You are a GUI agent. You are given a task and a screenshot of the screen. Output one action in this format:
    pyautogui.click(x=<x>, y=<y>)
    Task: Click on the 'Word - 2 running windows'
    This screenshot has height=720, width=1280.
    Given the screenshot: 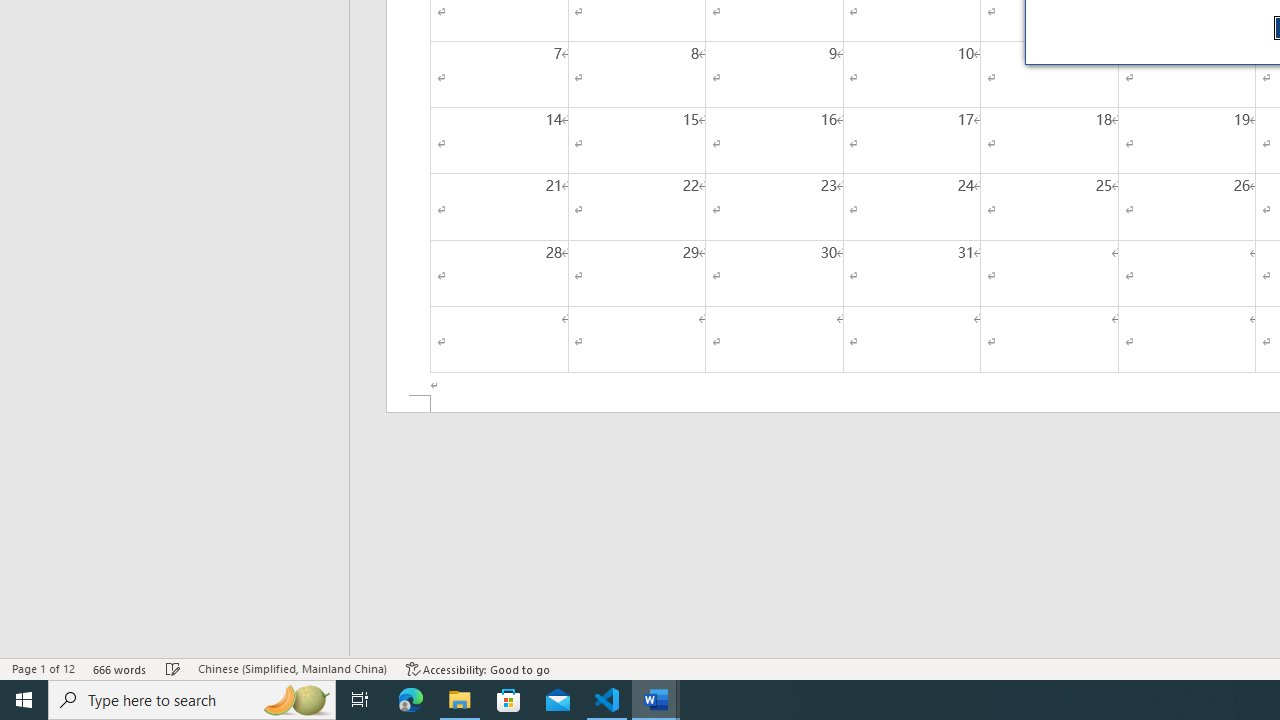 What is the action you would take?
    pyautogui.click(x=656, y=698)
    